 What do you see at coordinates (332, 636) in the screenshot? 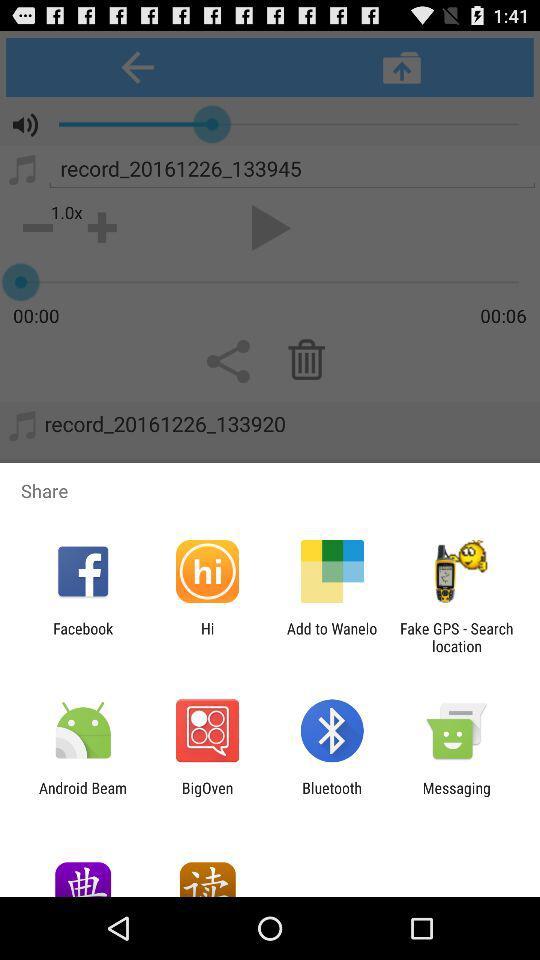
I see `the app next to the hi app` at bounding box center [332, 636].